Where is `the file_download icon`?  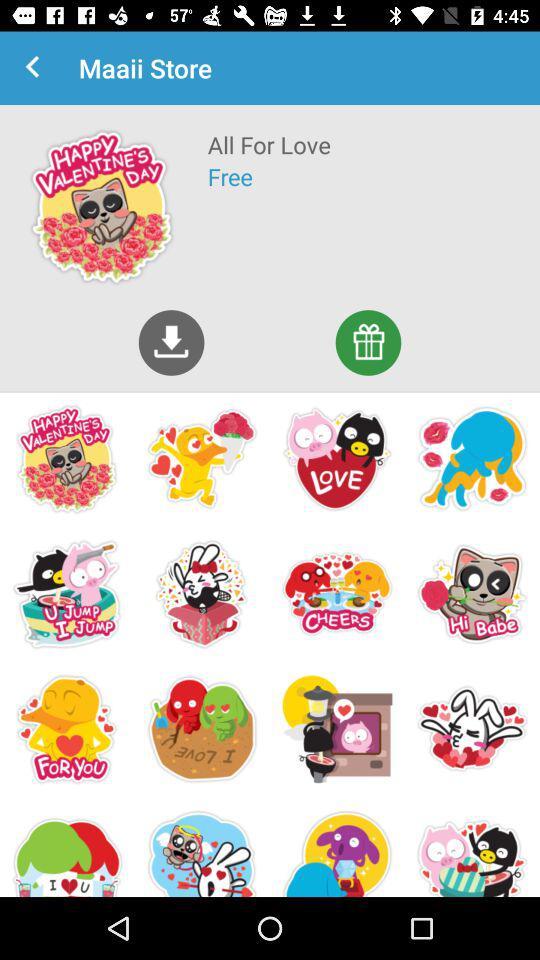
the file_download icon is located at coordinates (171, 342).